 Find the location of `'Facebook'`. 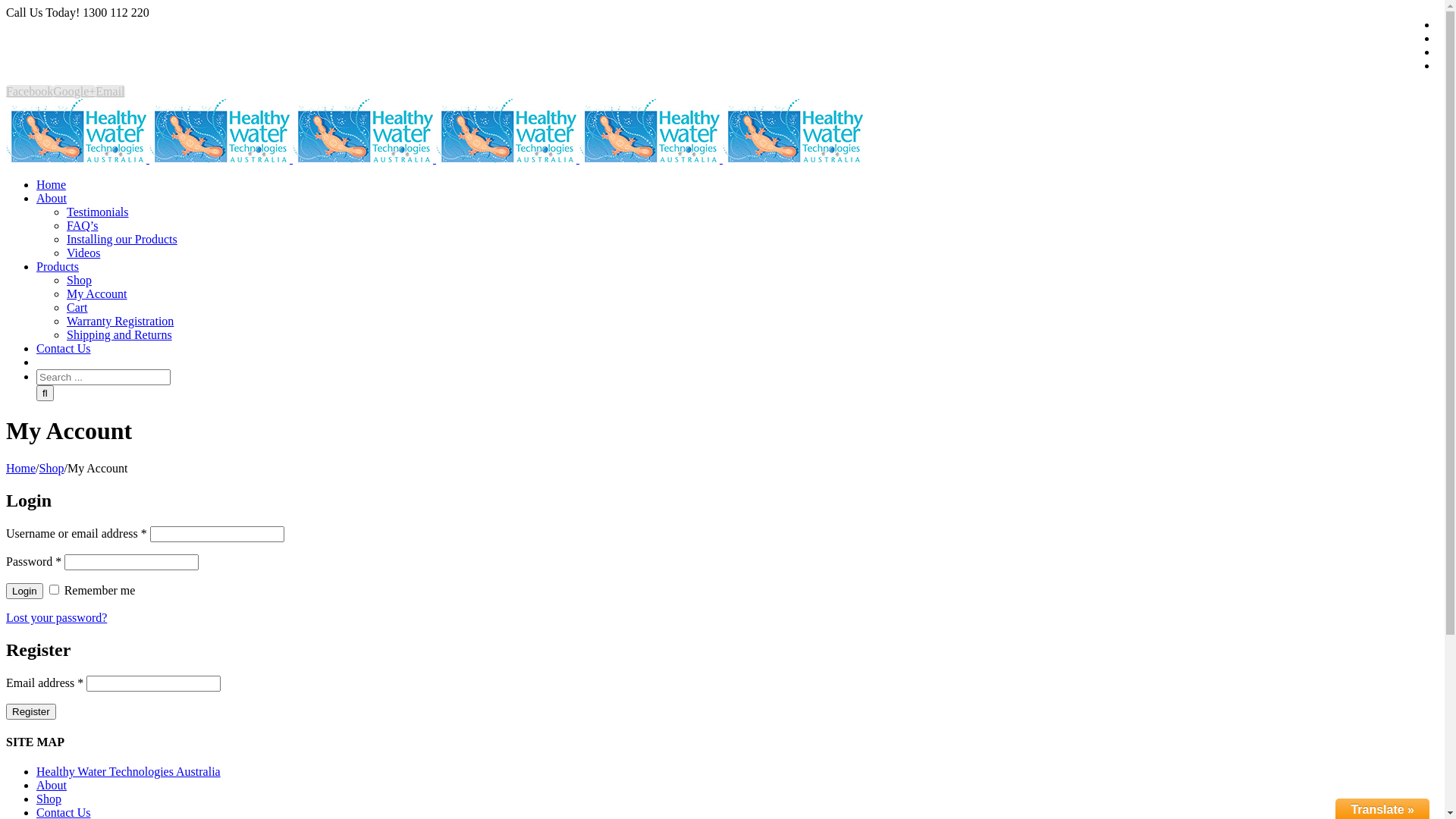

'Facebook' is located at coordinates (6, 91).